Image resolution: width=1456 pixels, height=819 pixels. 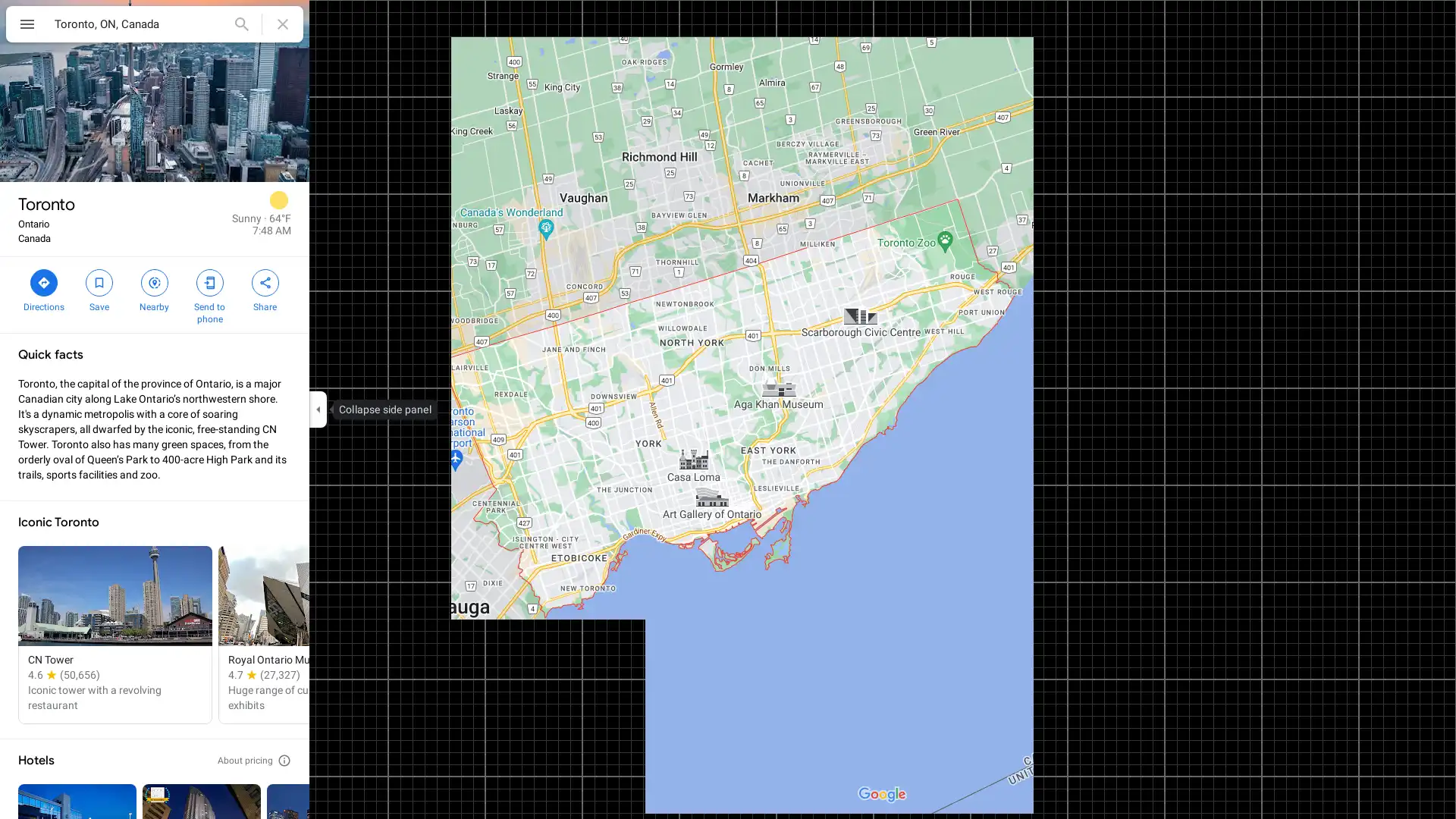 I want to click on Clear search, so click(x=283, y=24).